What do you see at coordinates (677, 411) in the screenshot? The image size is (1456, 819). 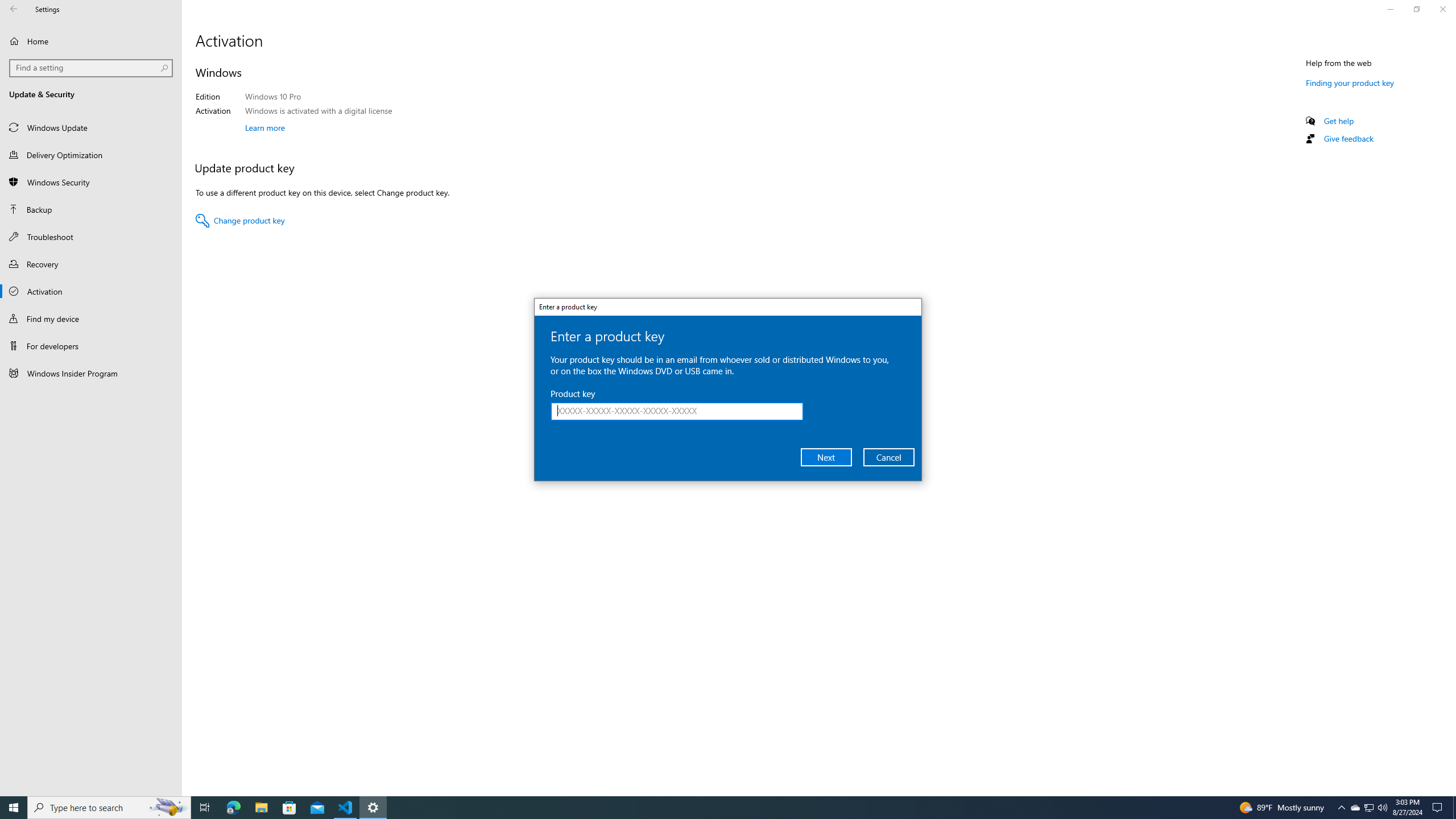 I see `'Product key'` at bounding box center [677, 411].